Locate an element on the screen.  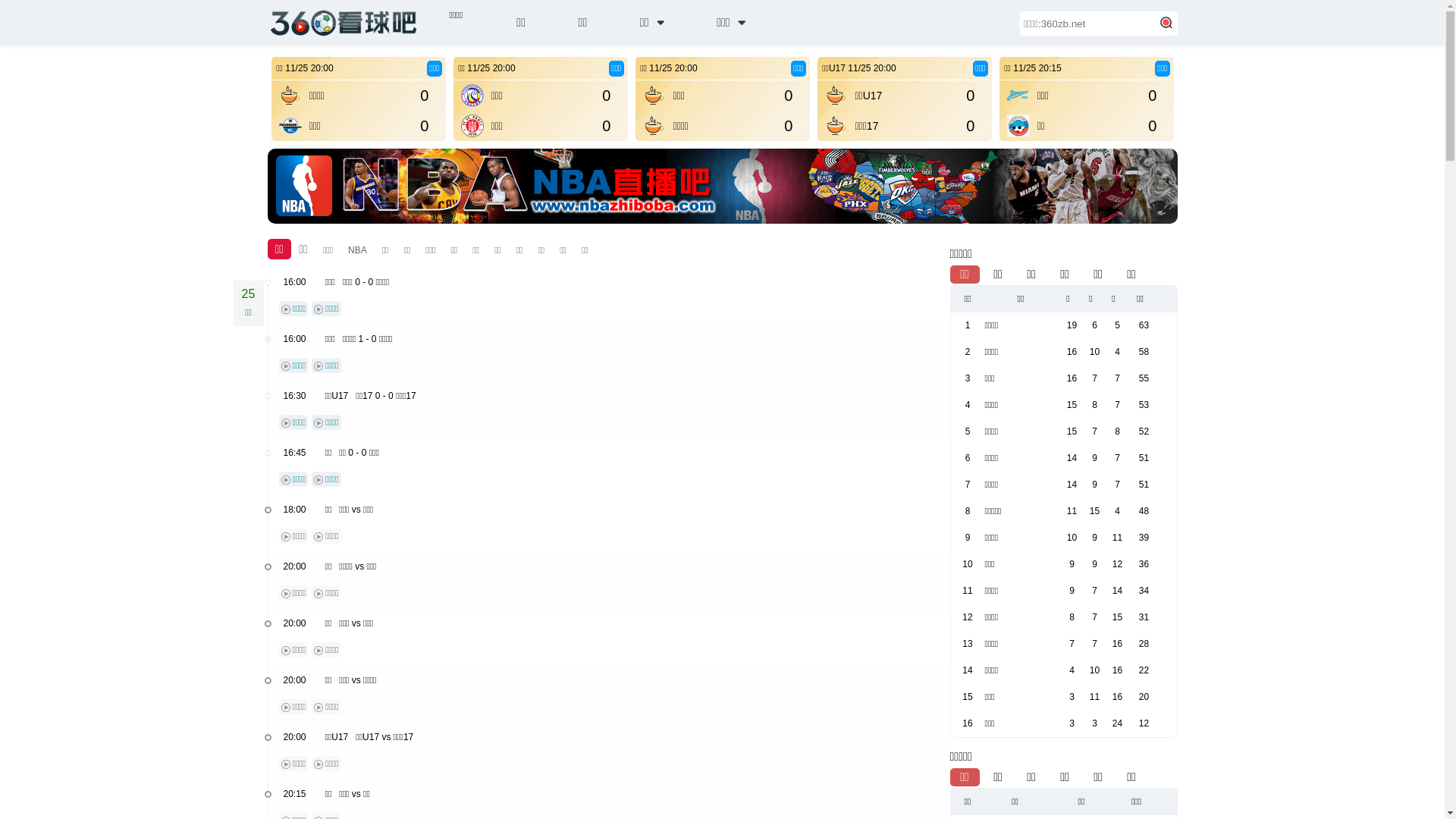
'NBA' is located at coordinates (356, 249).